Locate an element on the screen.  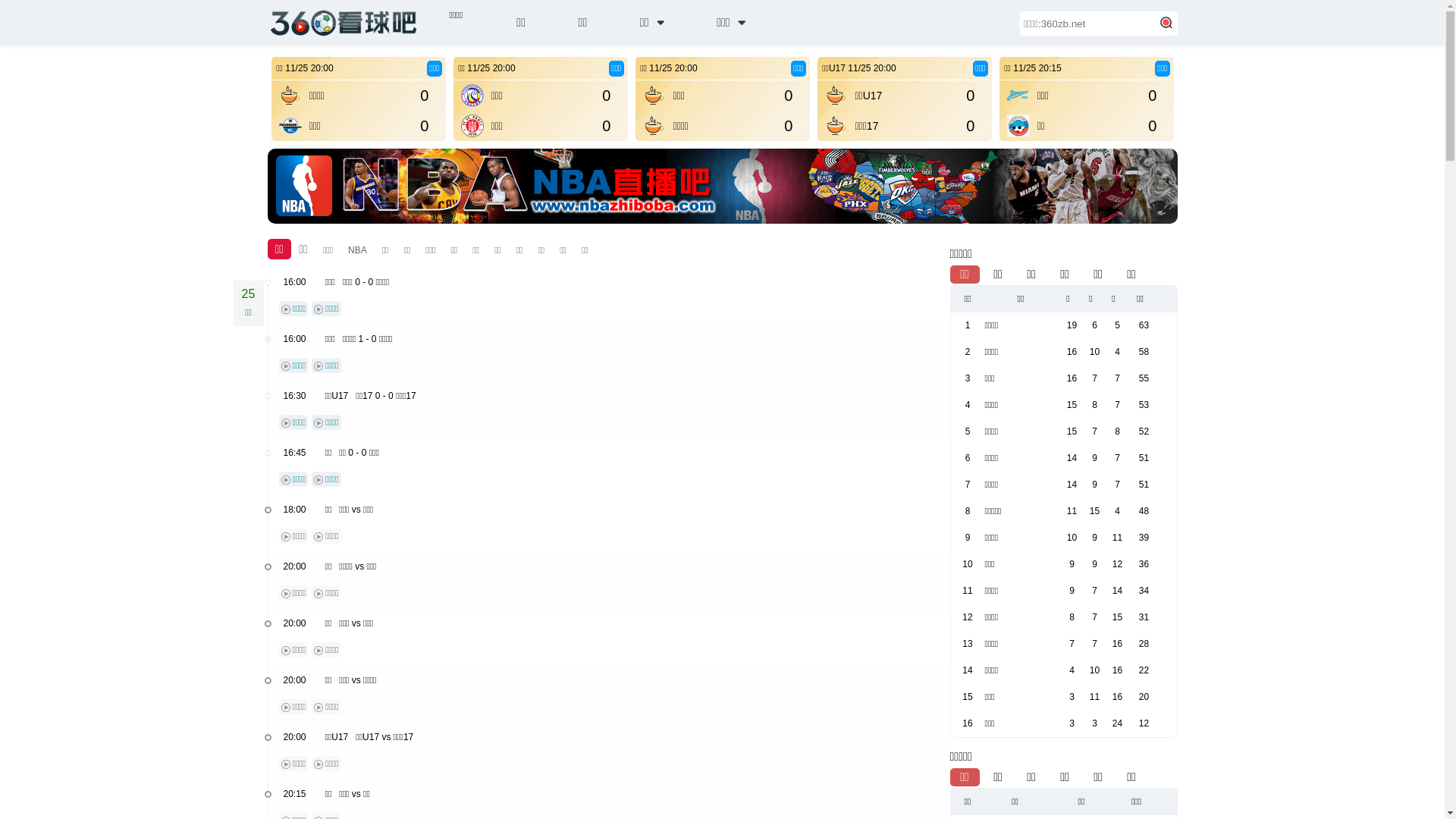
'NBA' is located at coordinates (356, 249).